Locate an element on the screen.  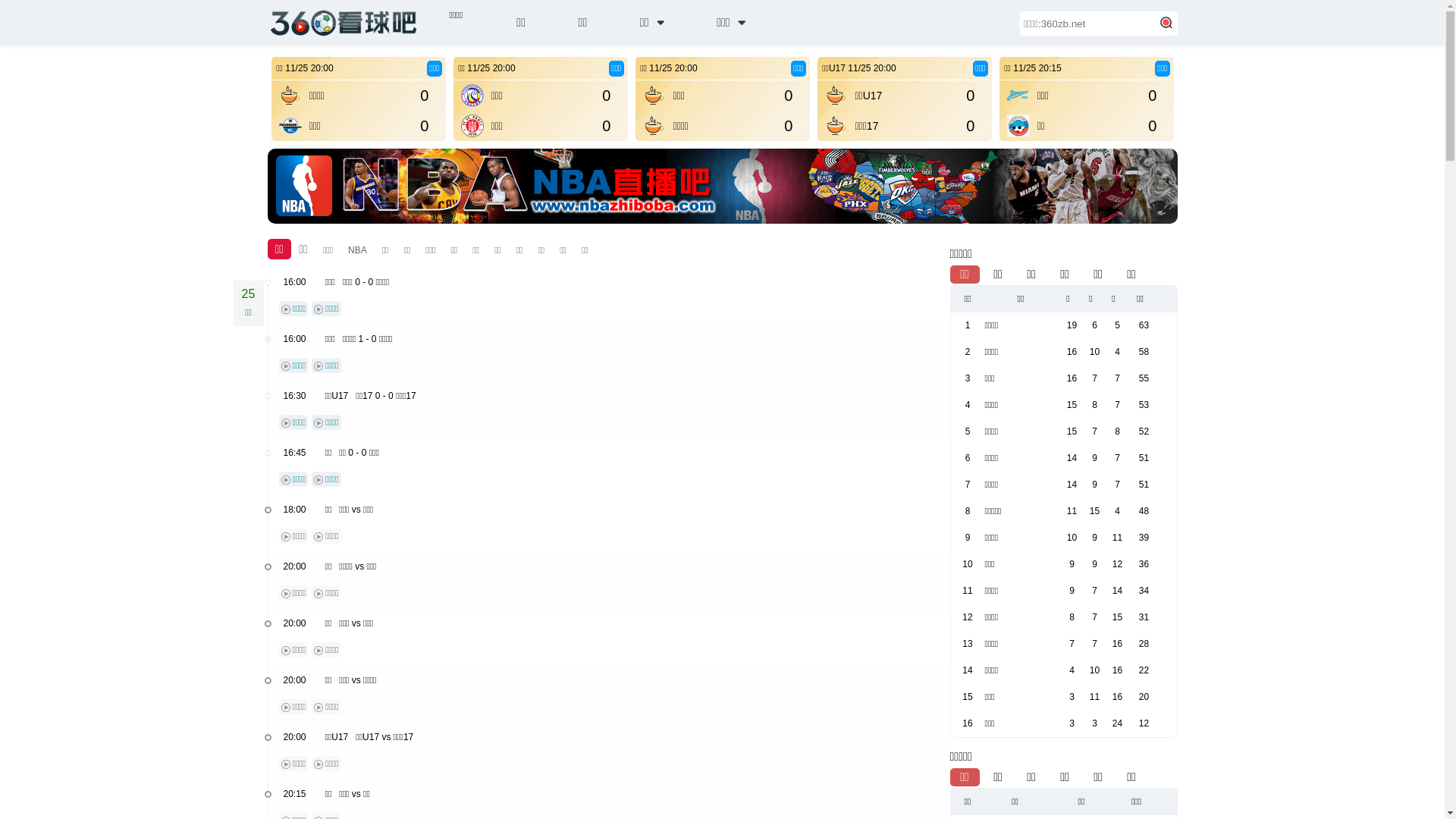
'NBA' is located at coordinates (356, 249).